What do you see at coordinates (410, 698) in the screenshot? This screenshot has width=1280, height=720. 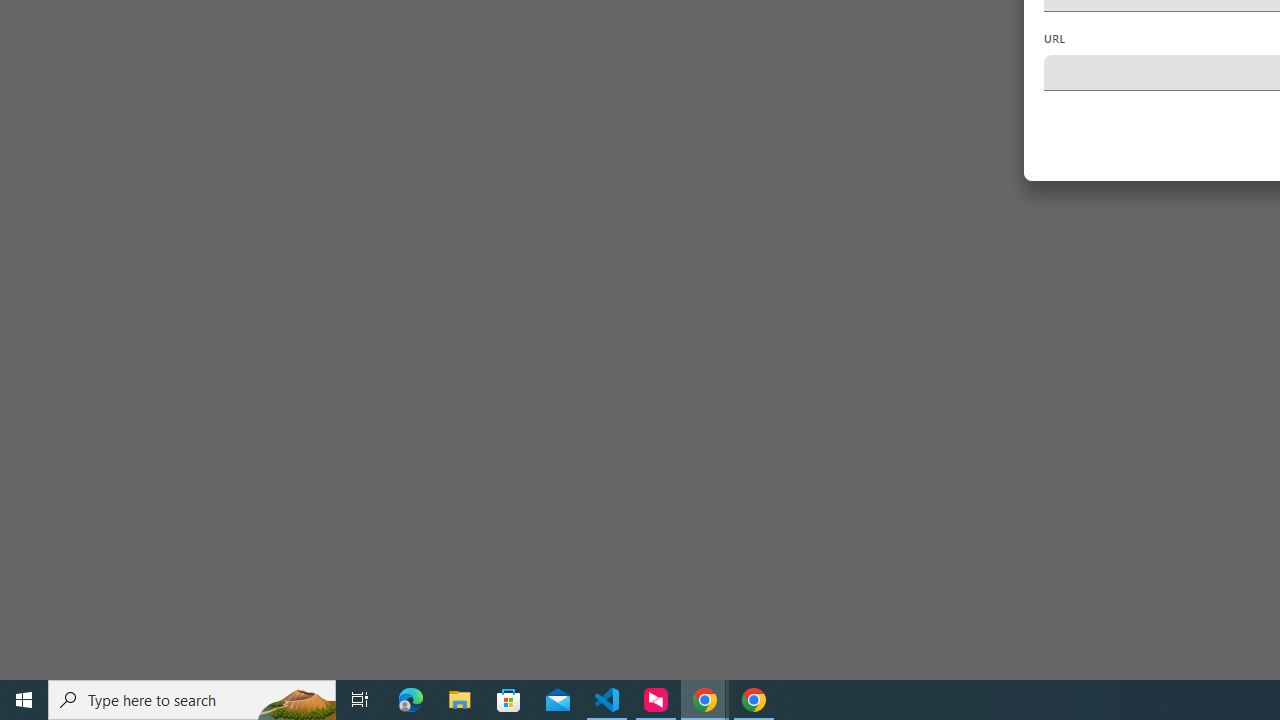 I see `'Microsoft Edge'` at bounding box center [410, 698].